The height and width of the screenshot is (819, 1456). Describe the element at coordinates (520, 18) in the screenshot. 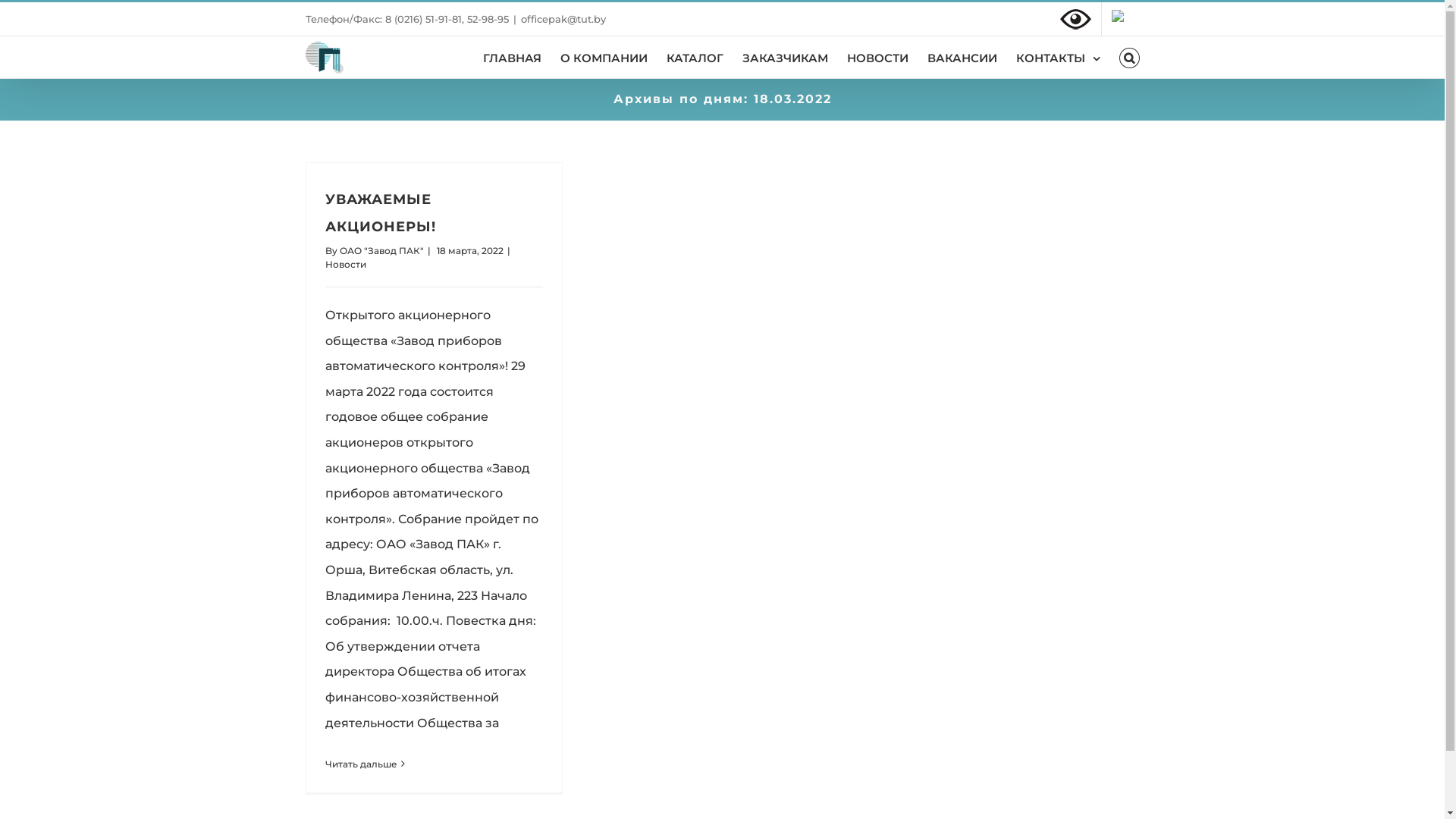

I see `'officepak@tut.by'` at that location.